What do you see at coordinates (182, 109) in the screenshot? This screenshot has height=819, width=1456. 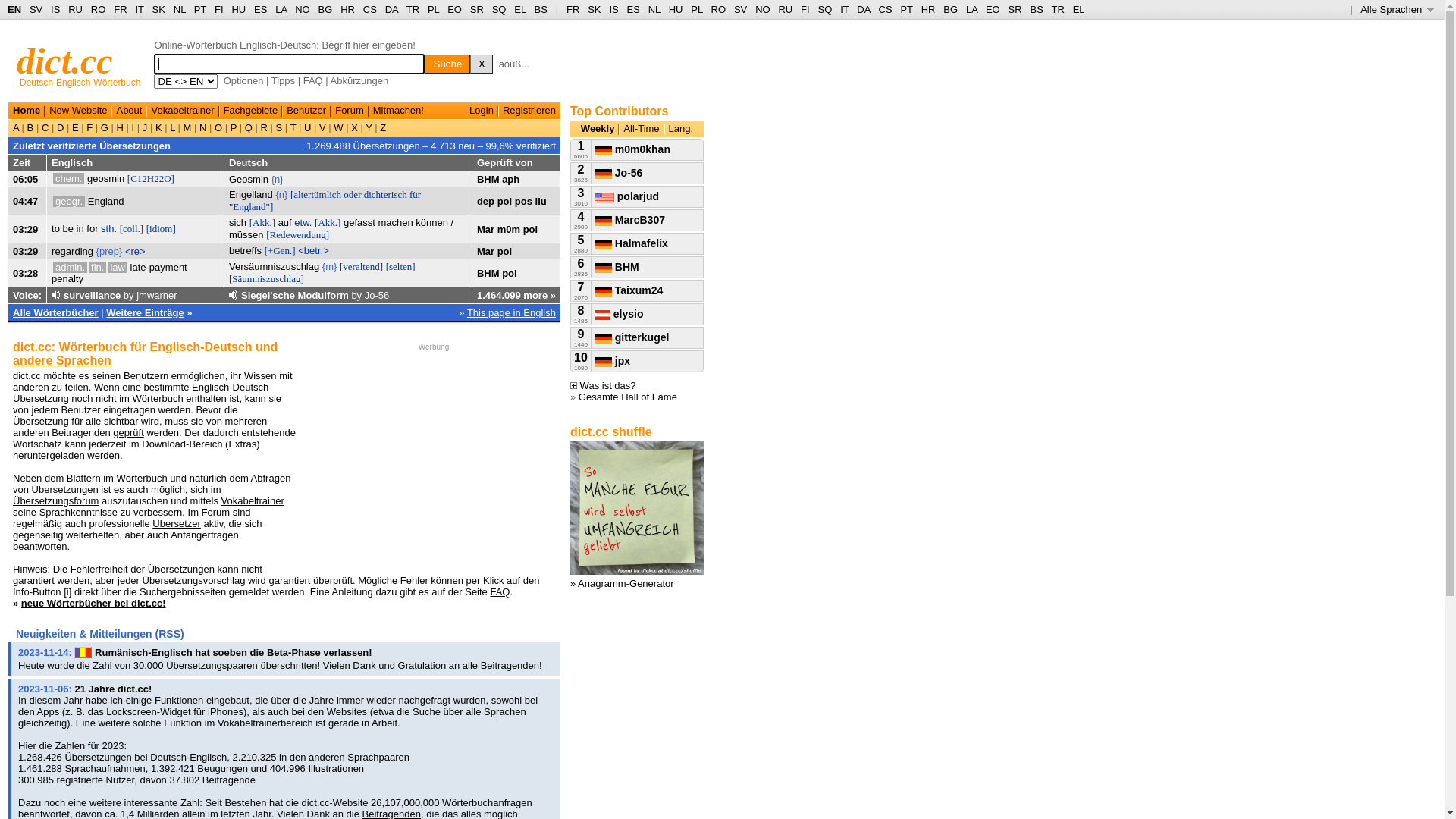 I see `'Vokabeltrainer'` at bounding box center [182, 109].